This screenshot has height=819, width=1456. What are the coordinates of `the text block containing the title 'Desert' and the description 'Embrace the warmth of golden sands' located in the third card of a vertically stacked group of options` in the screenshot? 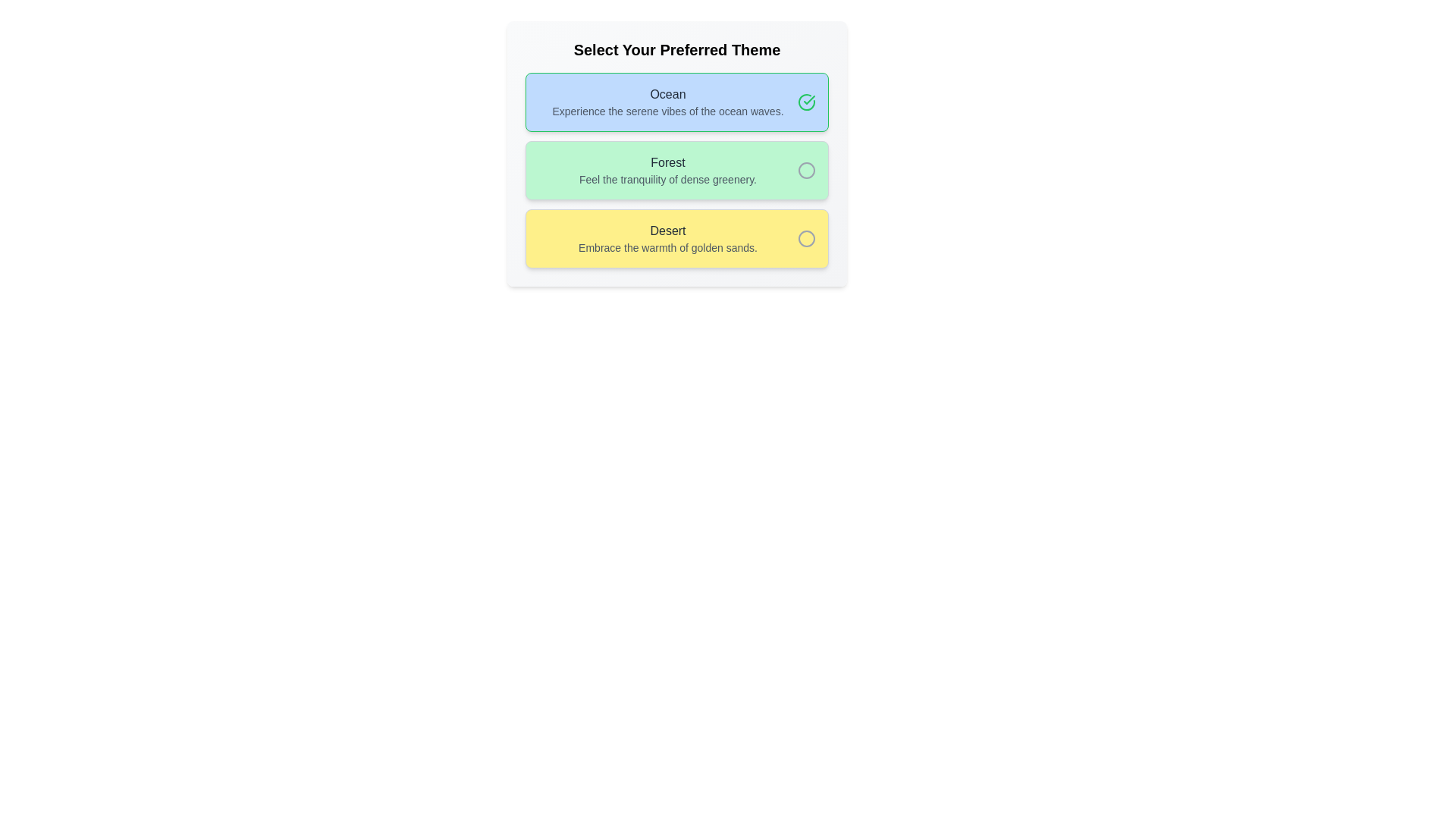 It's located at (667, 239).